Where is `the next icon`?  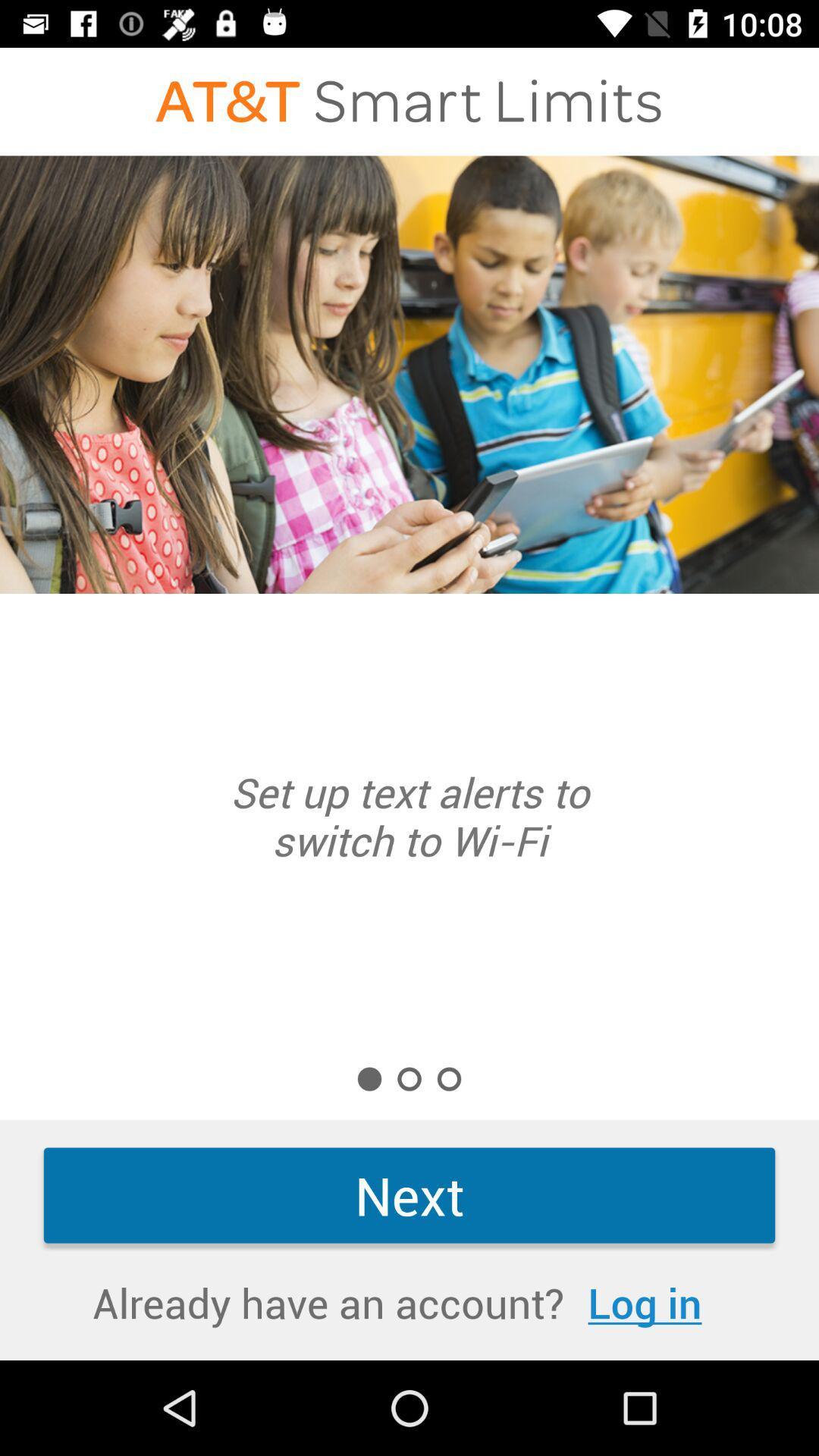
the next icon is located at coordinates (409, 1194).